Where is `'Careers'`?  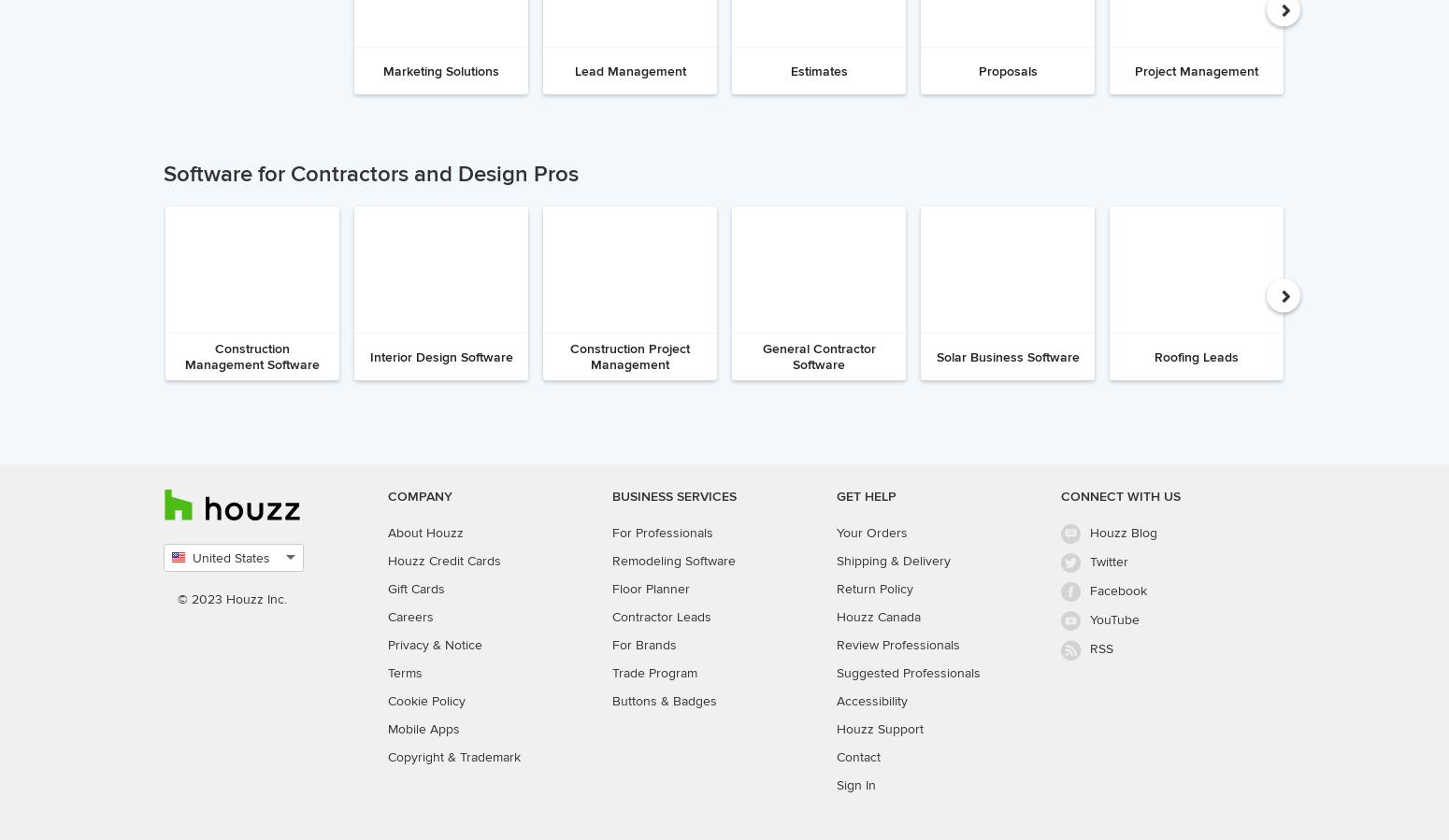 'Careers' is located at coordinates (410, 615).